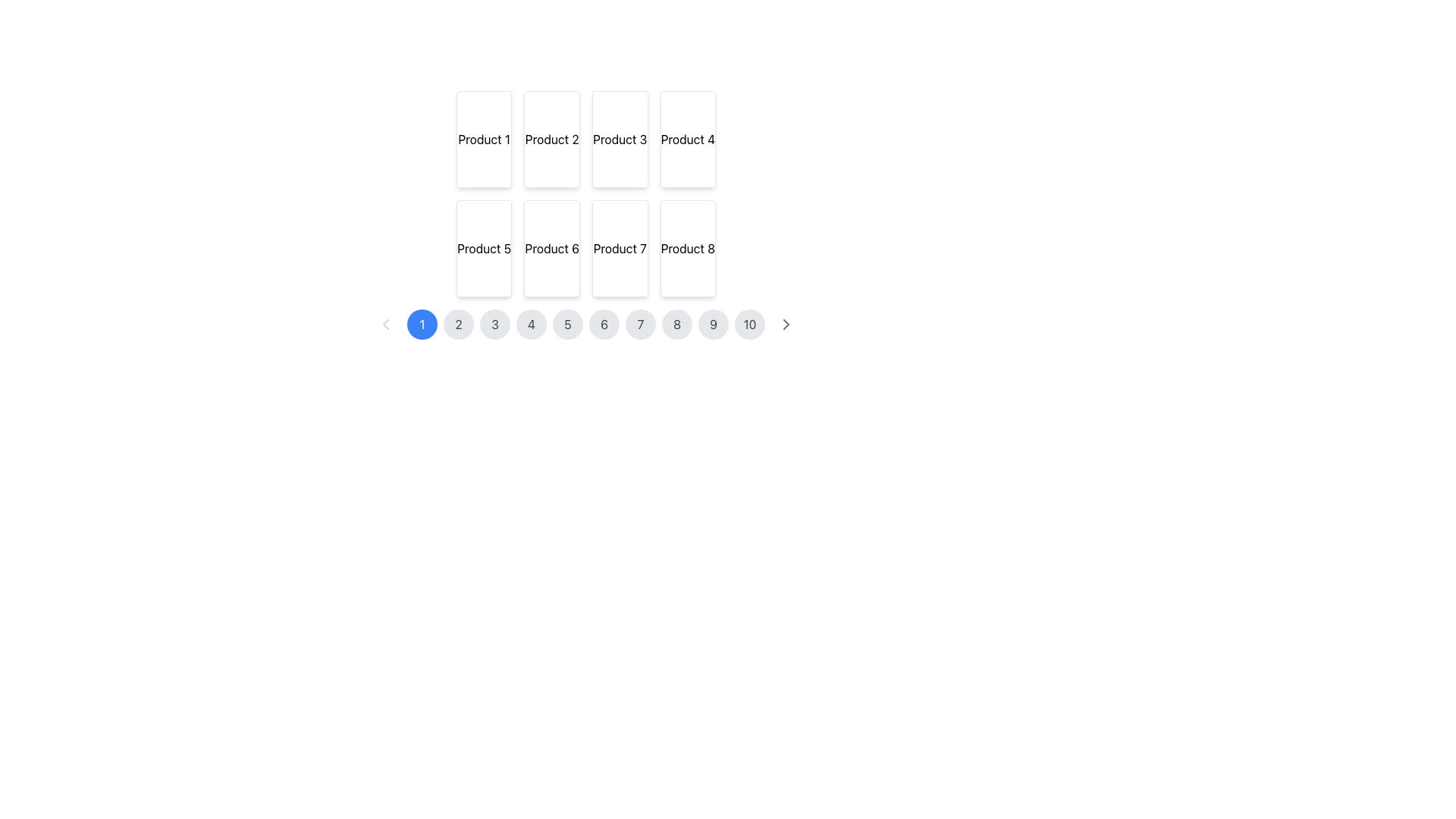 Image resolution: width=1456 pixels, height=819 pixels. Describe the element at coordinates (786, 324) in the screenshot. I see `the rightward-pointing chevron icon` at that location.